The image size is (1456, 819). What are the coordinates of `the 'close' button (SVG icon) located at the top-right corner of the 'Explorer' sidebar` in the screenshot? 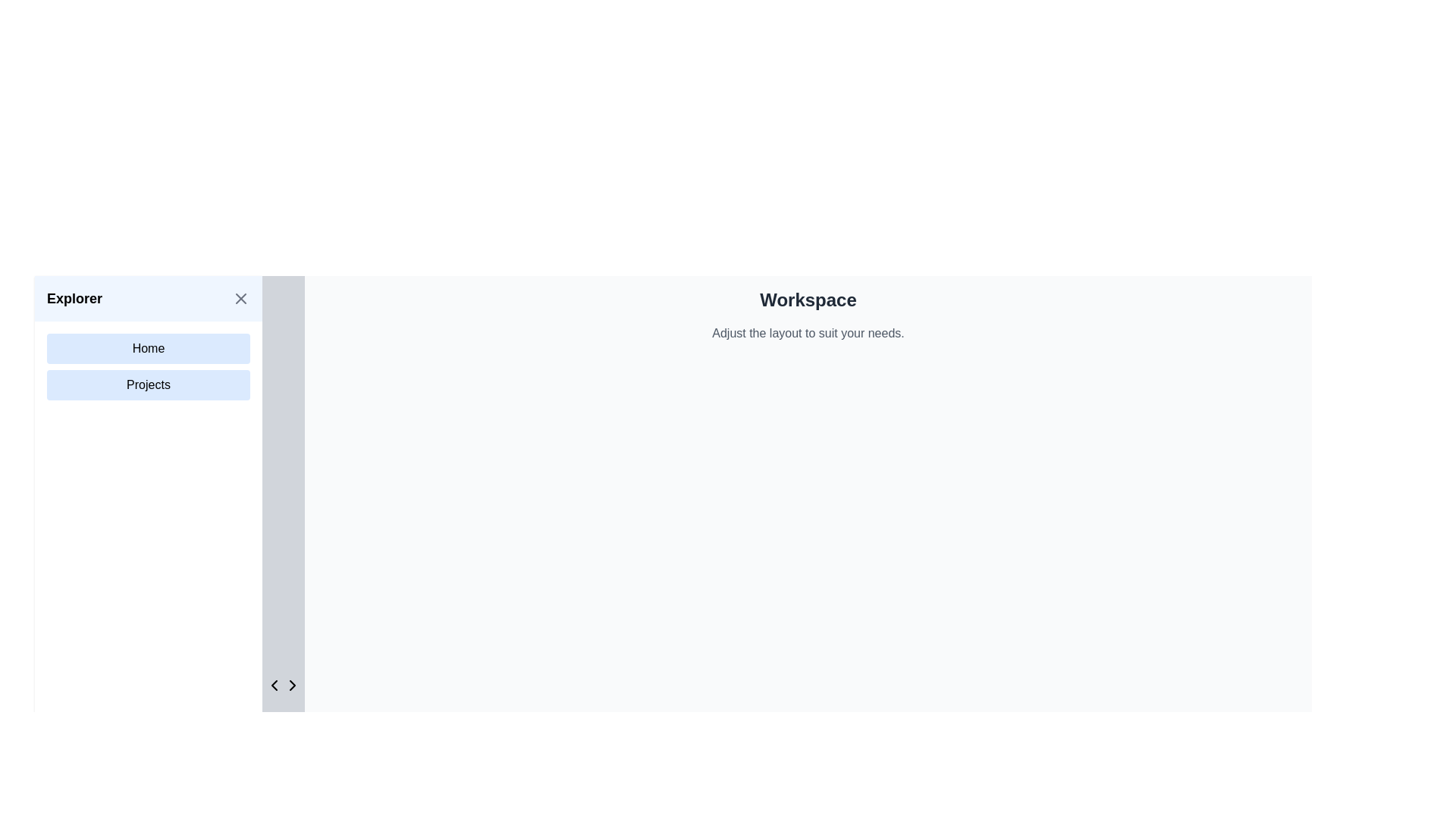 It's located at (240, 298).